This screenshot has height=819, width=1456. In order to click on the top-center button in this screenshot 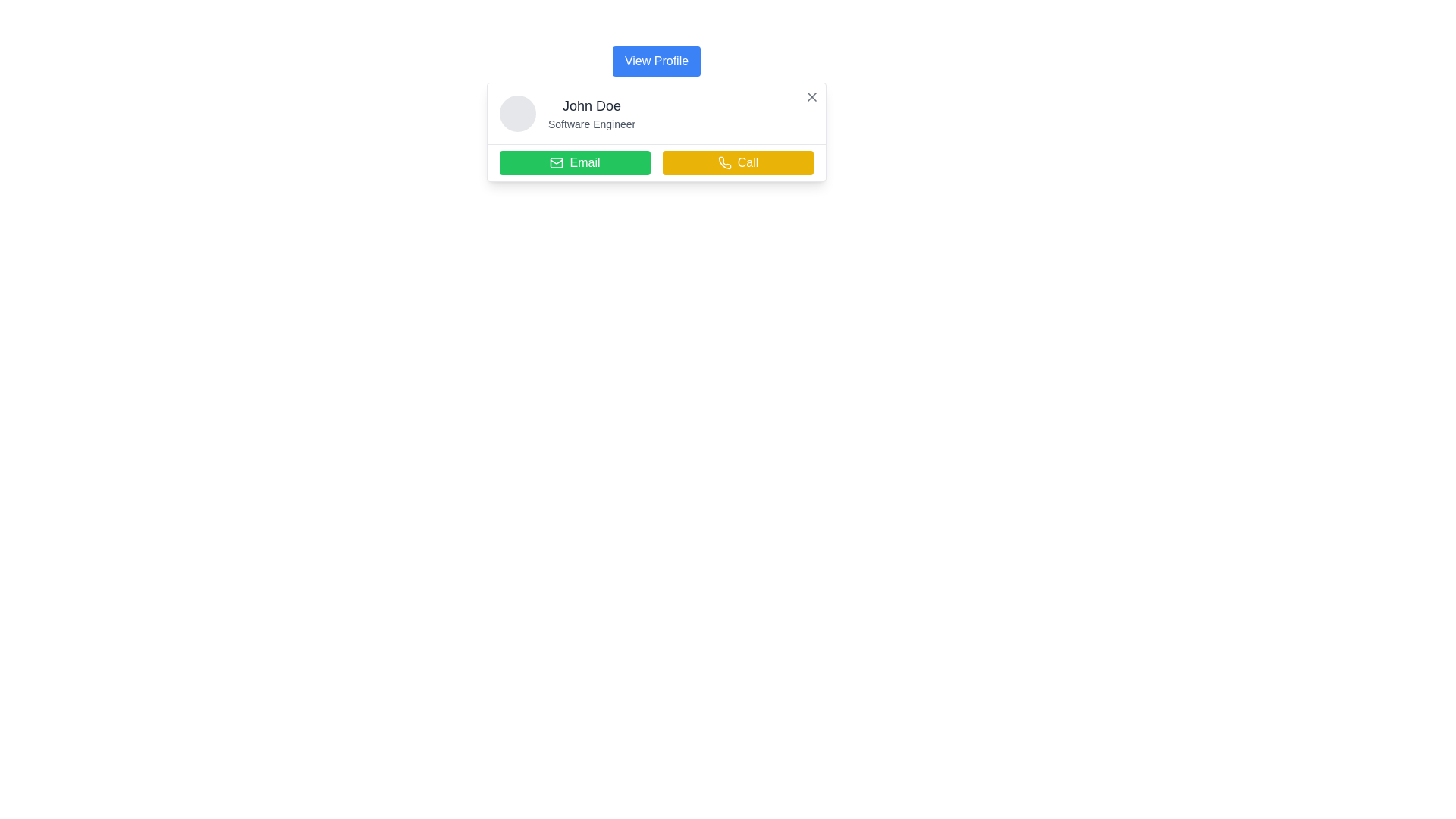, I will do `click(656, 61)`.